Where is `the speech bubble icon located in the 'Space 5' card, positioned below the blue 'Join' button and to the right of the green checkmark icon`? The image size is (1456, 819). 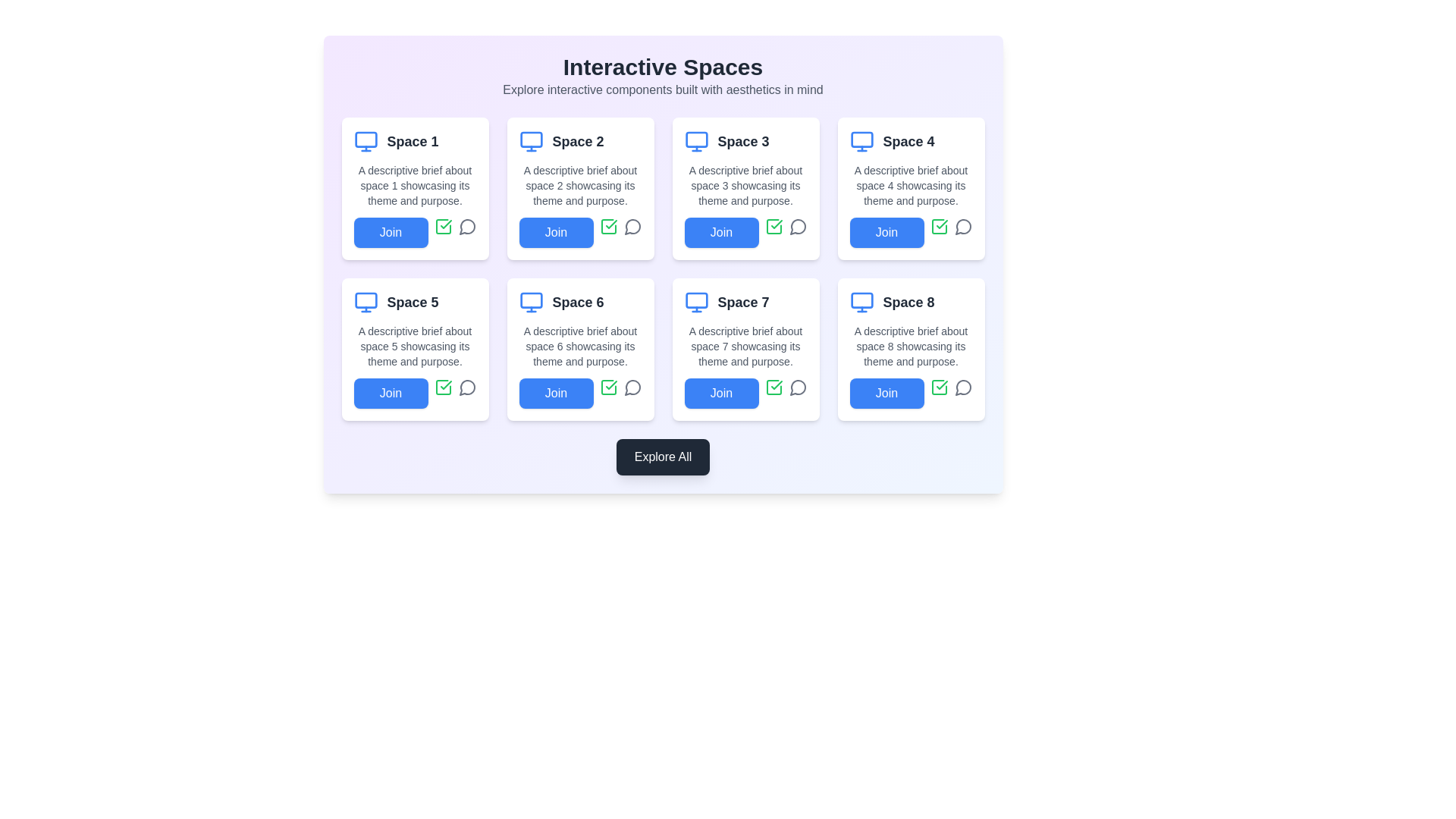 the speech bubble icon located in the 'Space 5' card, positioned below the blue 'Join' button and to the right of the green checkmark icon is located at coordinates (466, 386).